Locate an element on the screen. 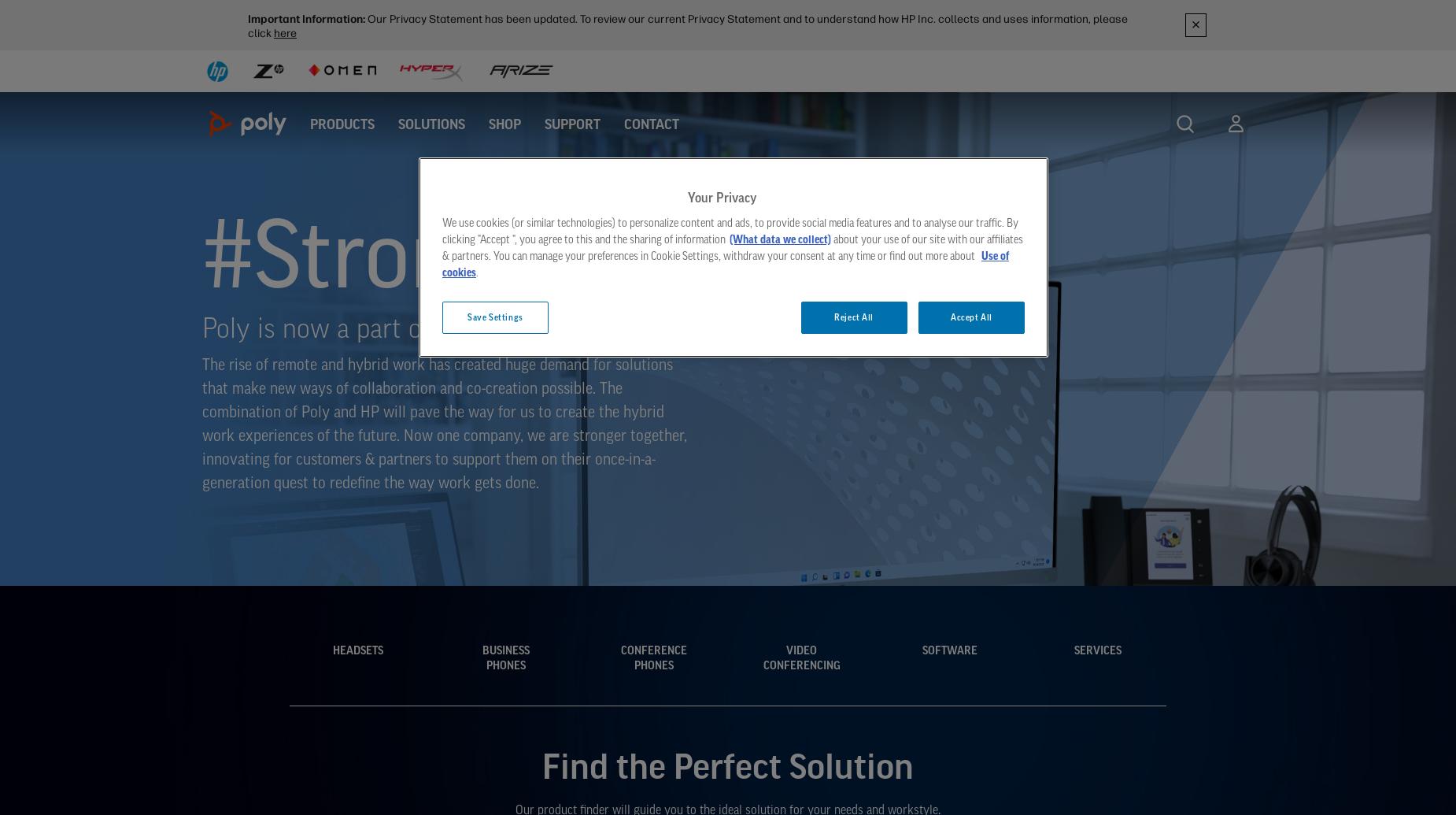 This screenshot has width=1456, height=815. 'Headsets' is located at coordinates (356, 648).